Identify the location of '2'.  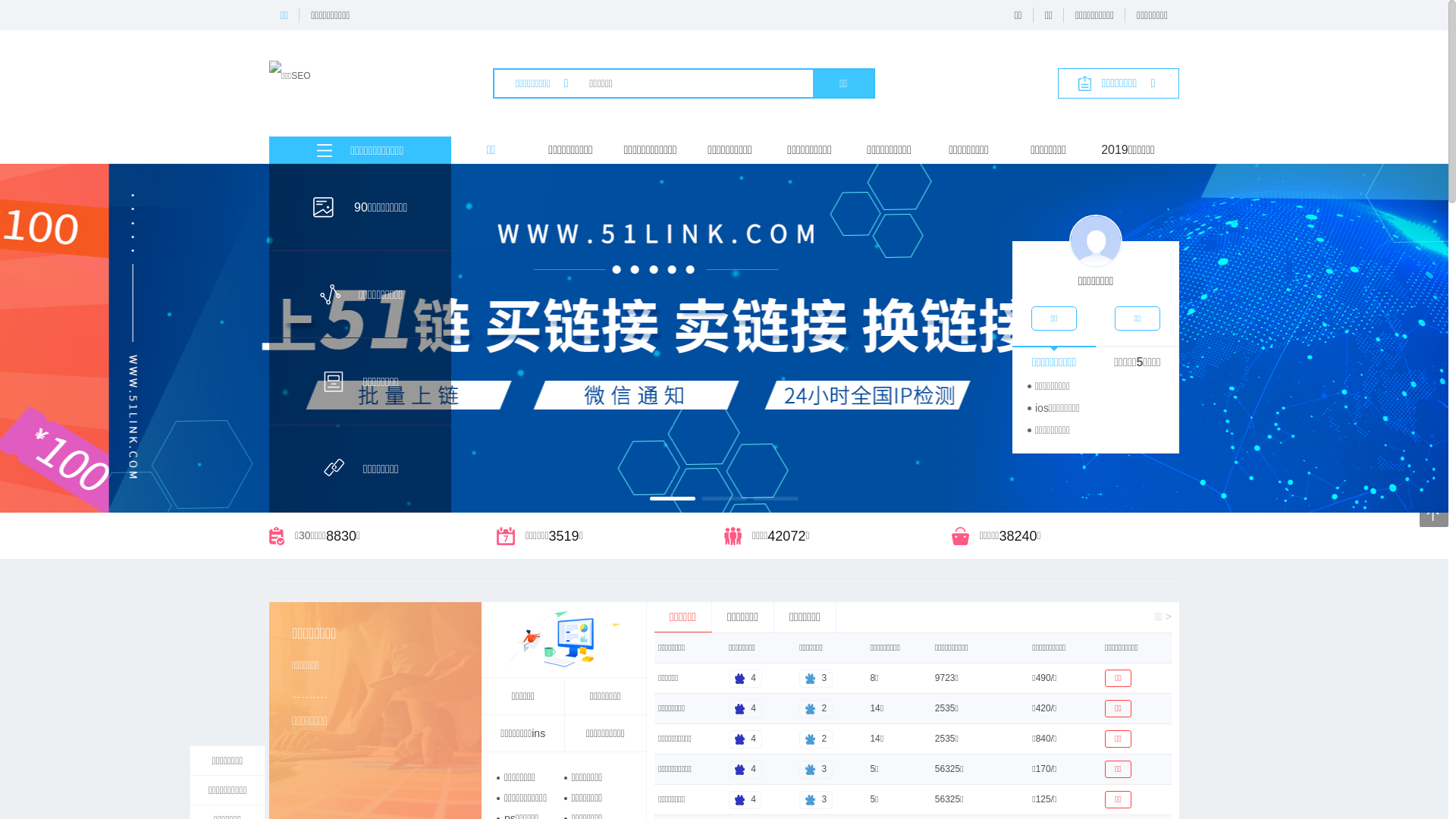
(814, 708).